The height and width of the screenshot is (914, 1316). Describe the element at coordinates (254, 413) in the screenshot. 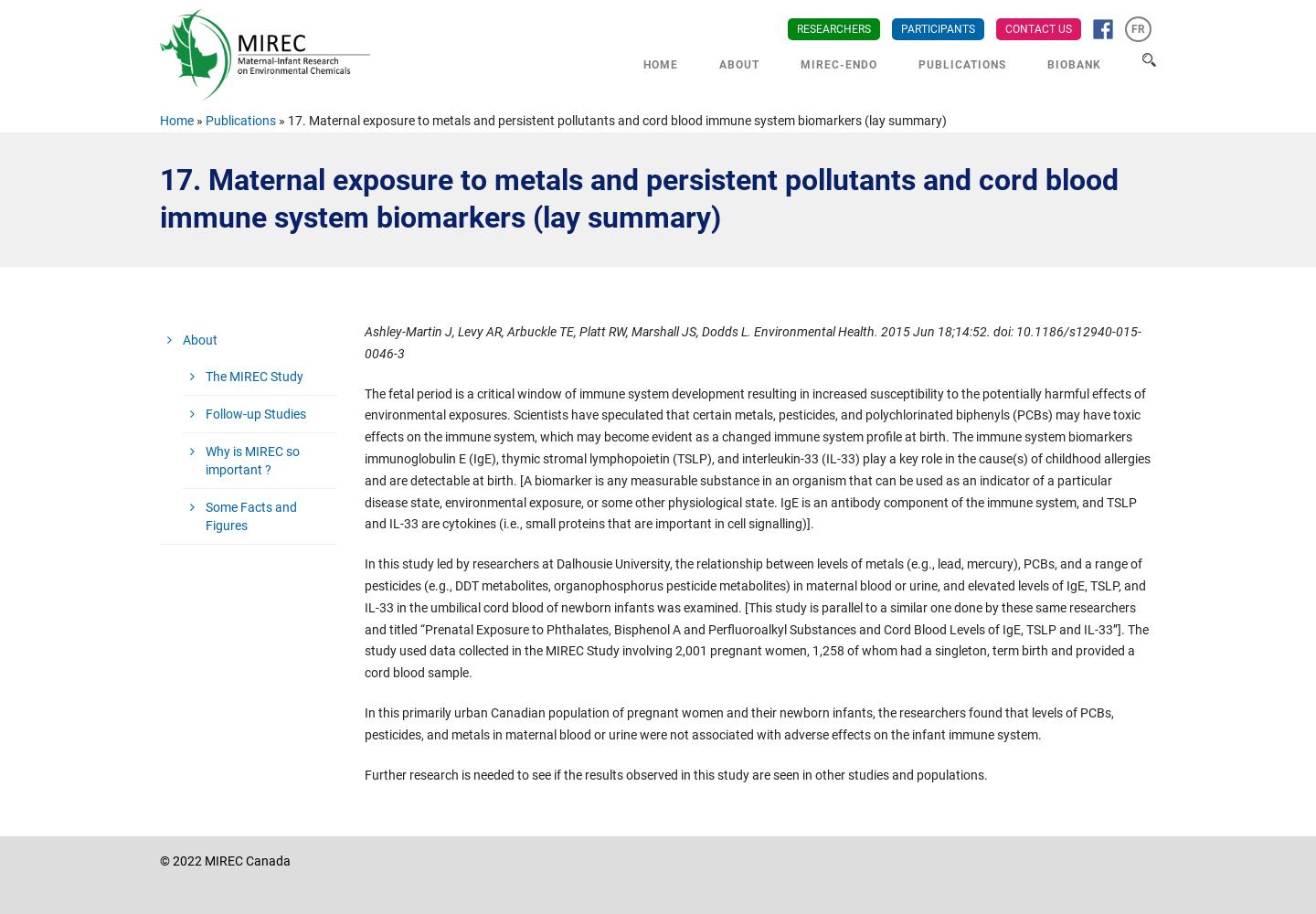

I see `'Follow-up Studies'` at that location.